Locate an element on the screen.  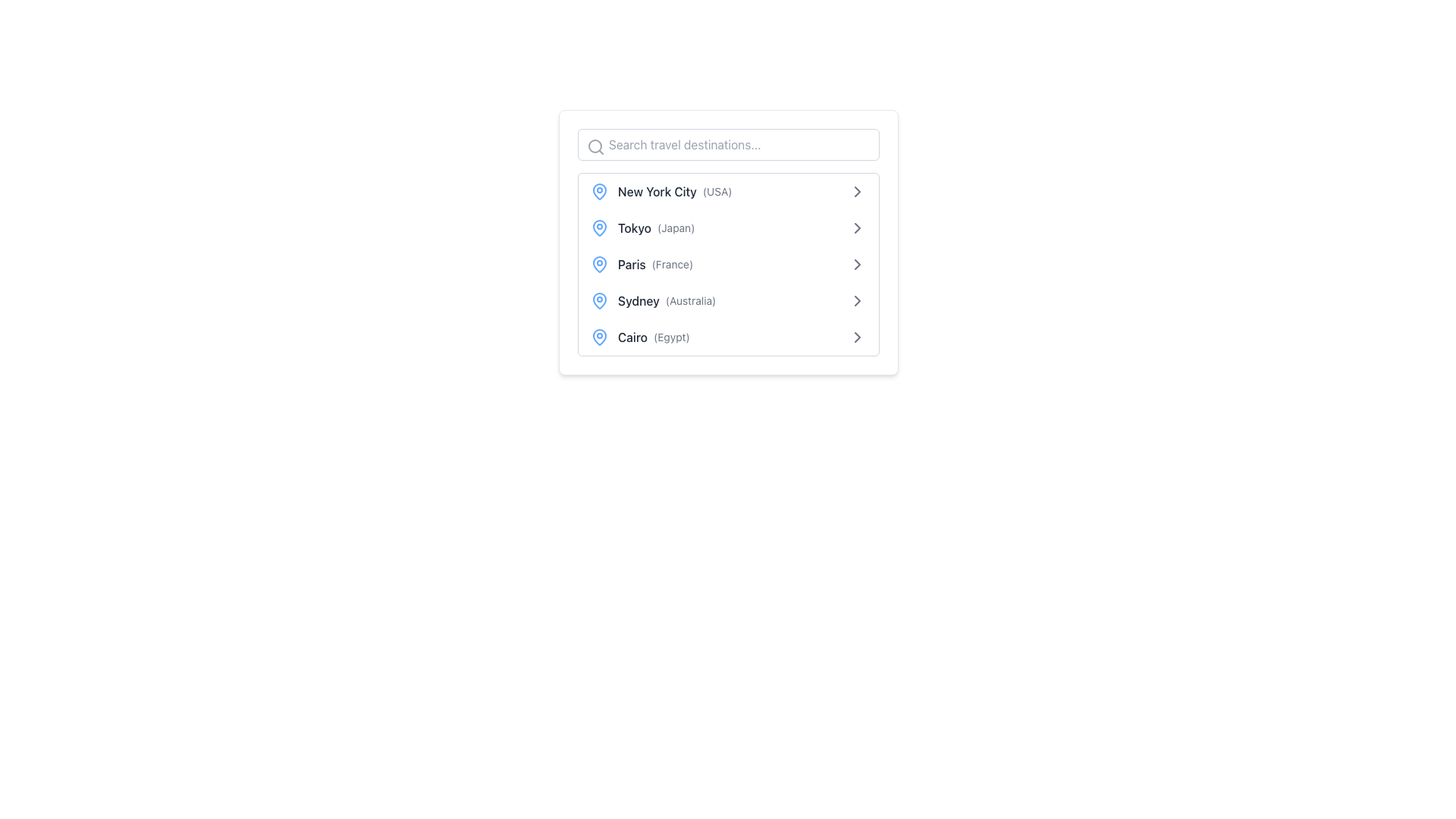
the text of the fifth list item indicating the location 'Cairo, Egypt' is located at coordinates (640, 336).